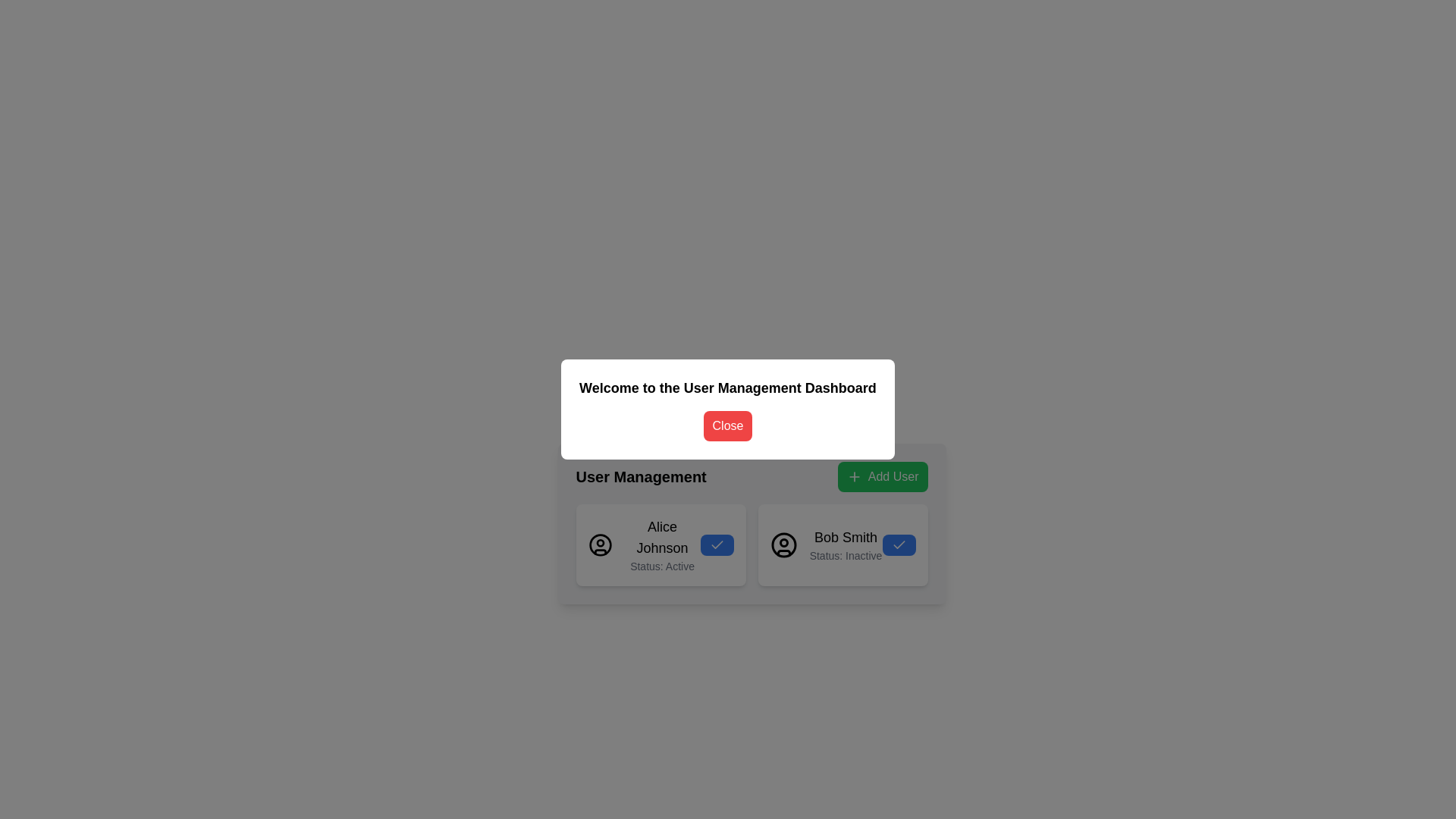 The width and height of the screenshot is (1456, 819). Describe the element at coordinates (716, 544) in the screenshot. I see `the checkmark icon in the blue button next to 'Alice Johnson' to interact with the user's active status` at that location.